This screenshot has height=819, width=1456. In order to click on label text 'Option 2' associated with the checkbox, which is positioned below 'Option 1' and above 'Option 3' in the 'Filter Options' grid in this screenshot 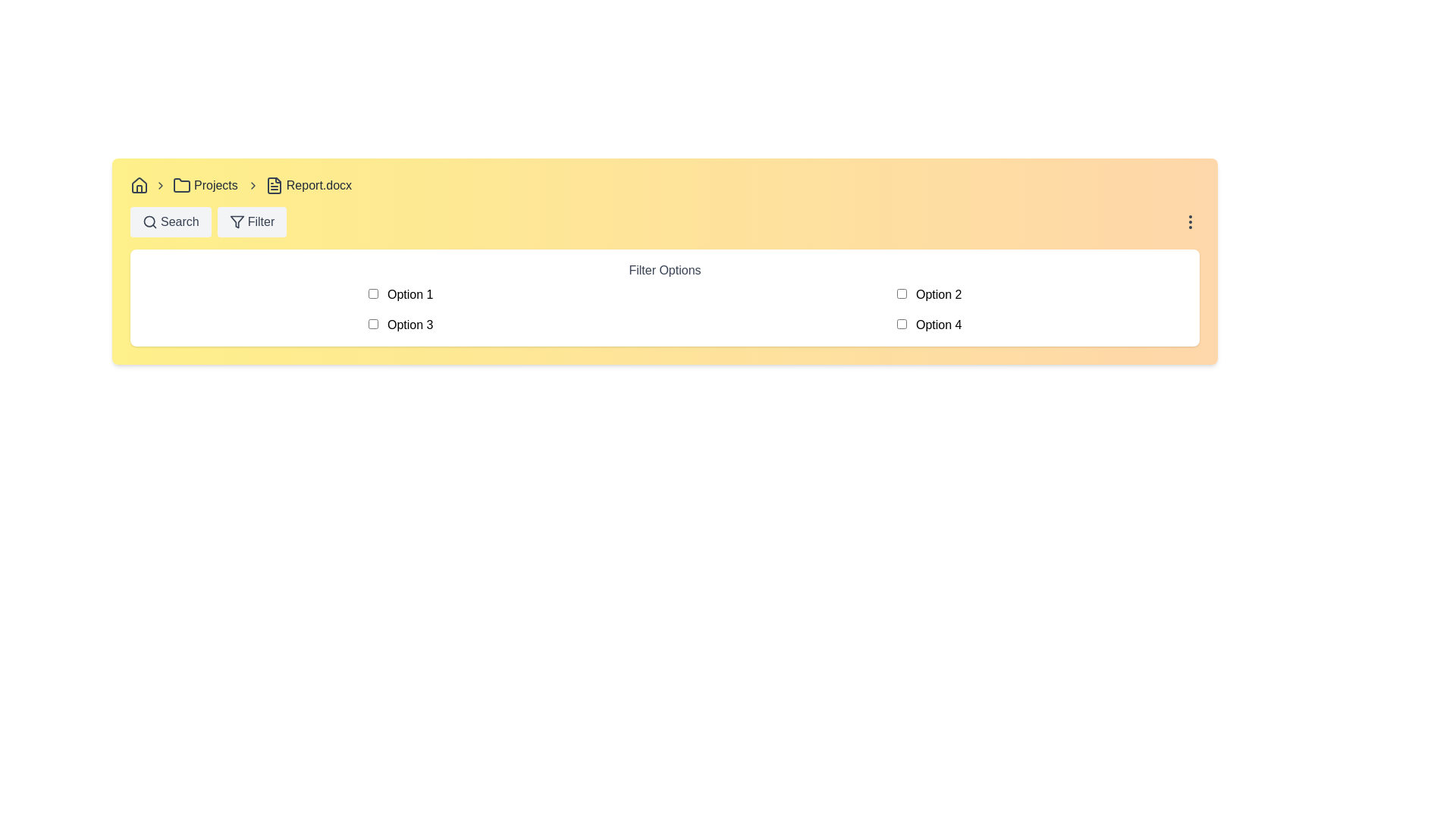, I will do `click(928, 295)`.